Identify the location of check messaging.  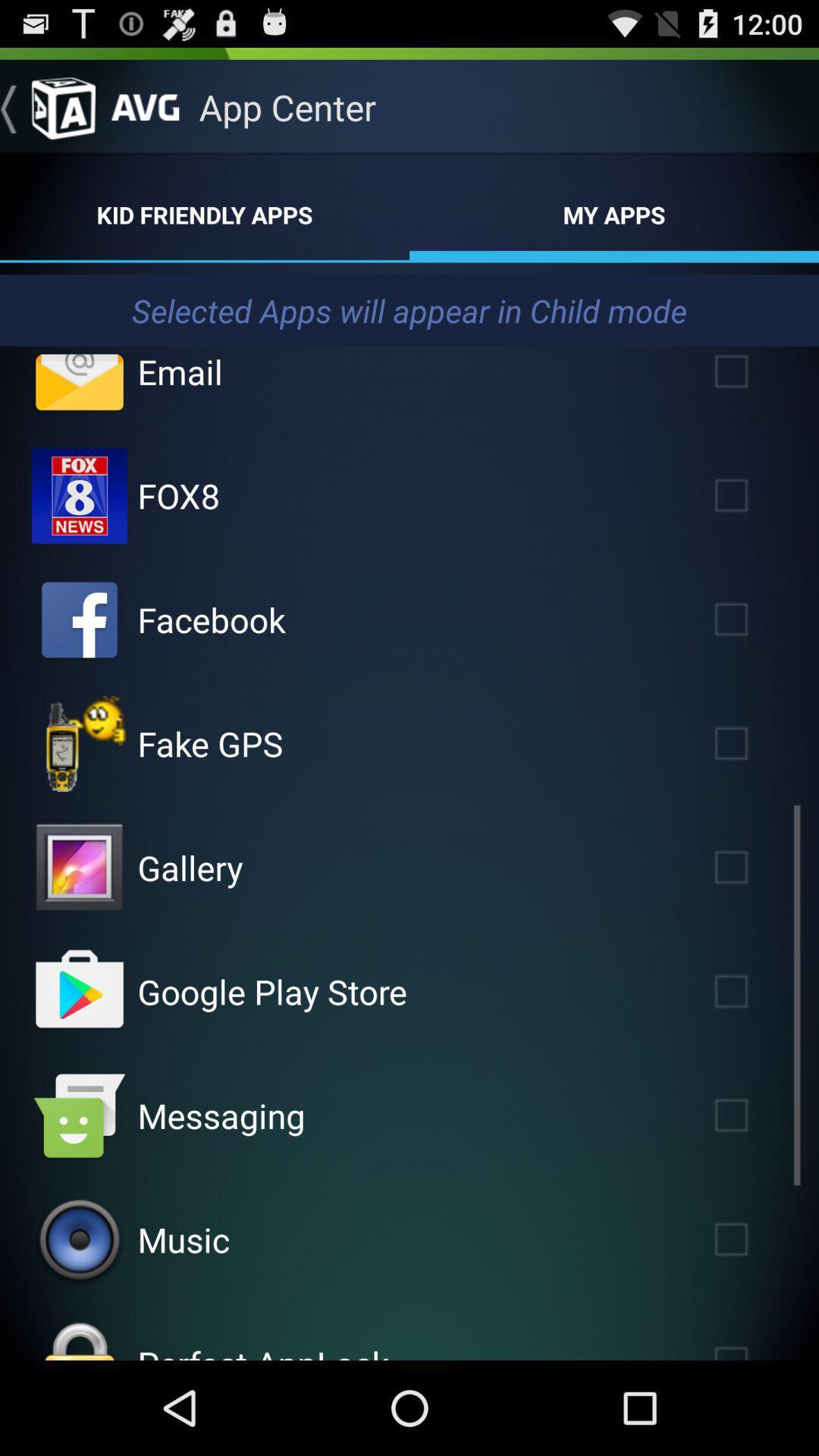
(753, 1116).